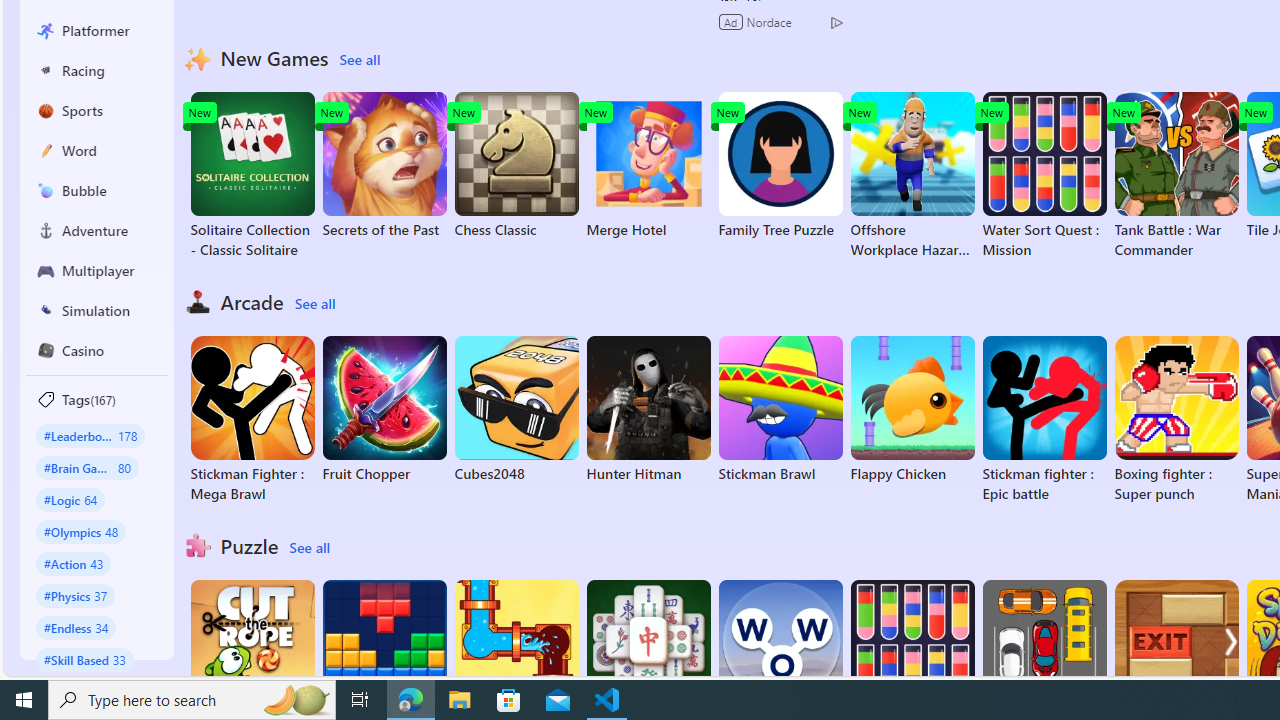 The image size is (1280, 720). I want to click on '#Physics 37', so click(76, 594).